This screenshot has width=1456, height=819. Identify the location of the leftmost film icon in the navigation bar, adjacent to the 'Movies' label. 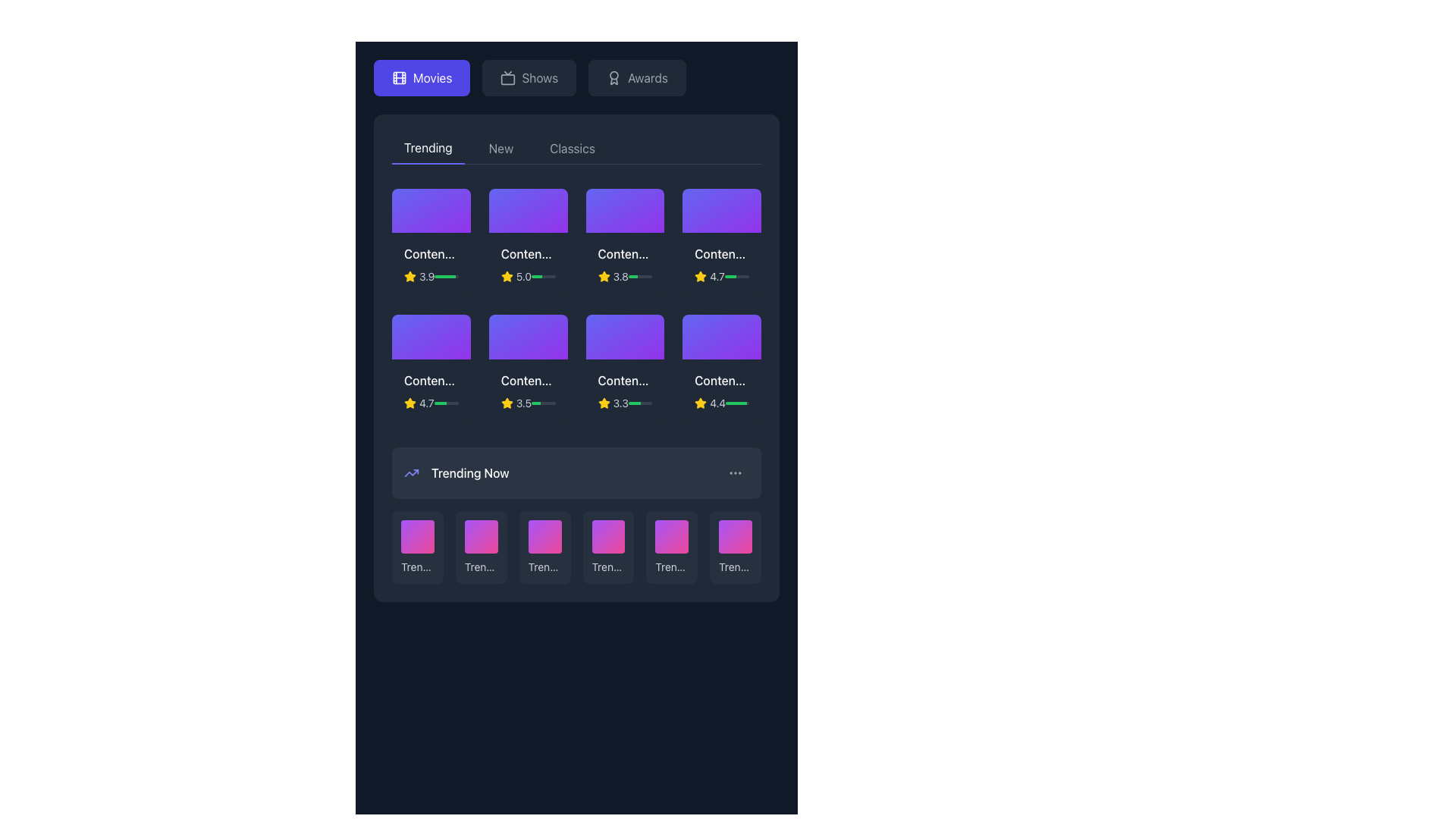
(400, 78).